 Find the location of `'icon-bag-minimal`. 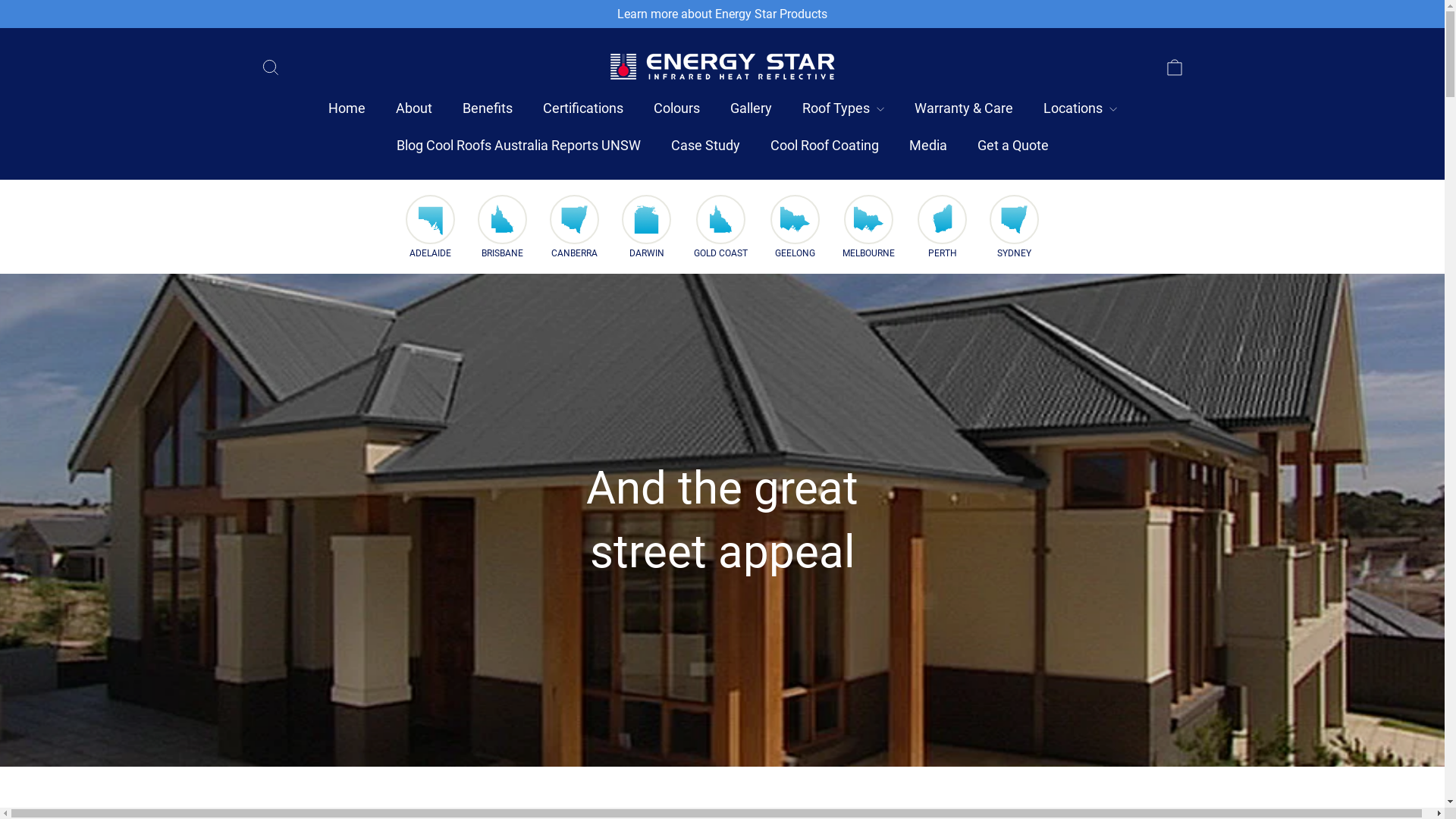

'icon-bag-minimal is located at coordinates (1173, 65).